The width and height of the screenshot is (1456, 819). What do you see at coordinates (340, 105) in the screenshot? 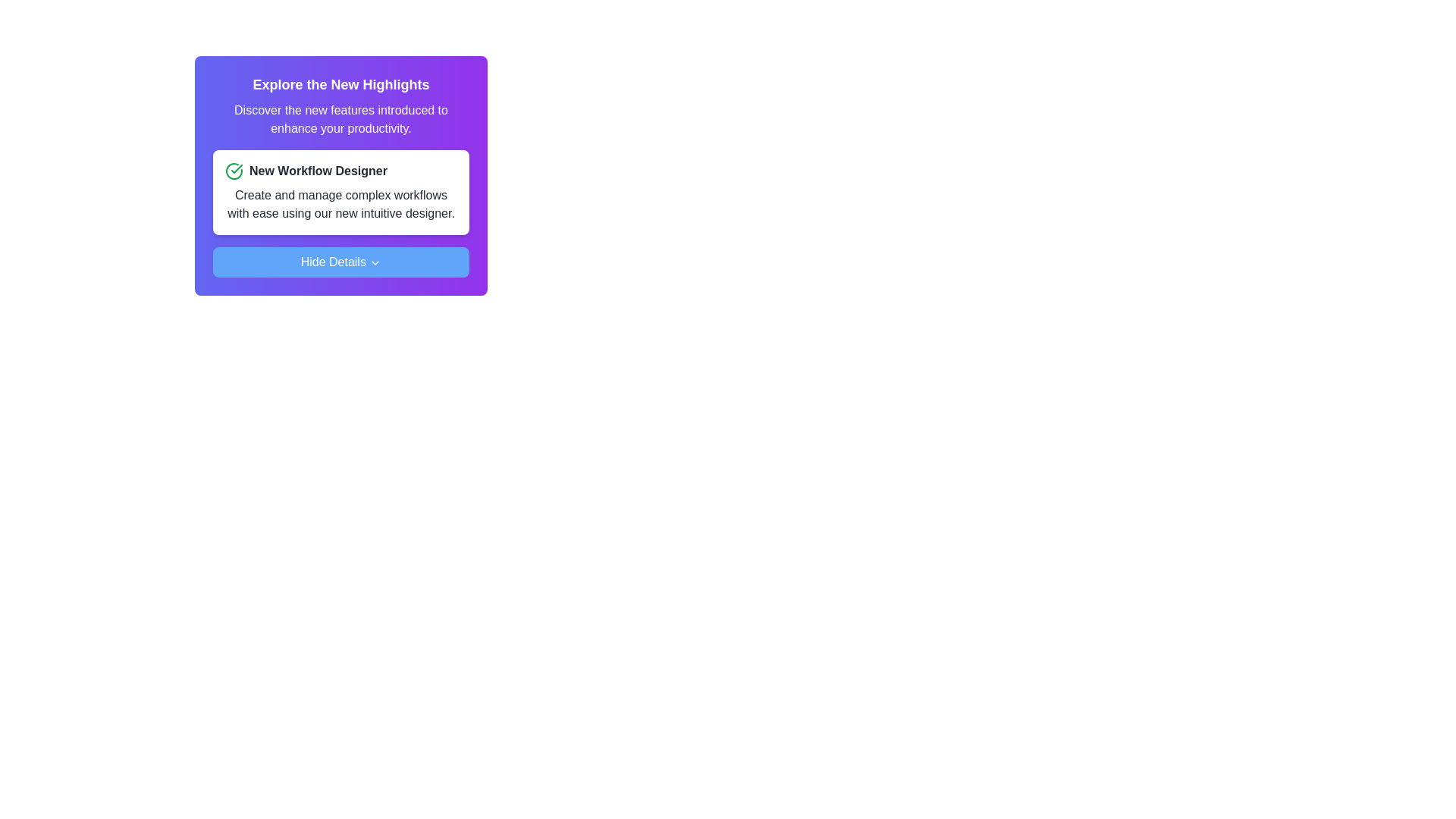
I see `the Static text block that serves as a header introducing new features in the vertically arranged card layout` at bounding box center [340, 105].